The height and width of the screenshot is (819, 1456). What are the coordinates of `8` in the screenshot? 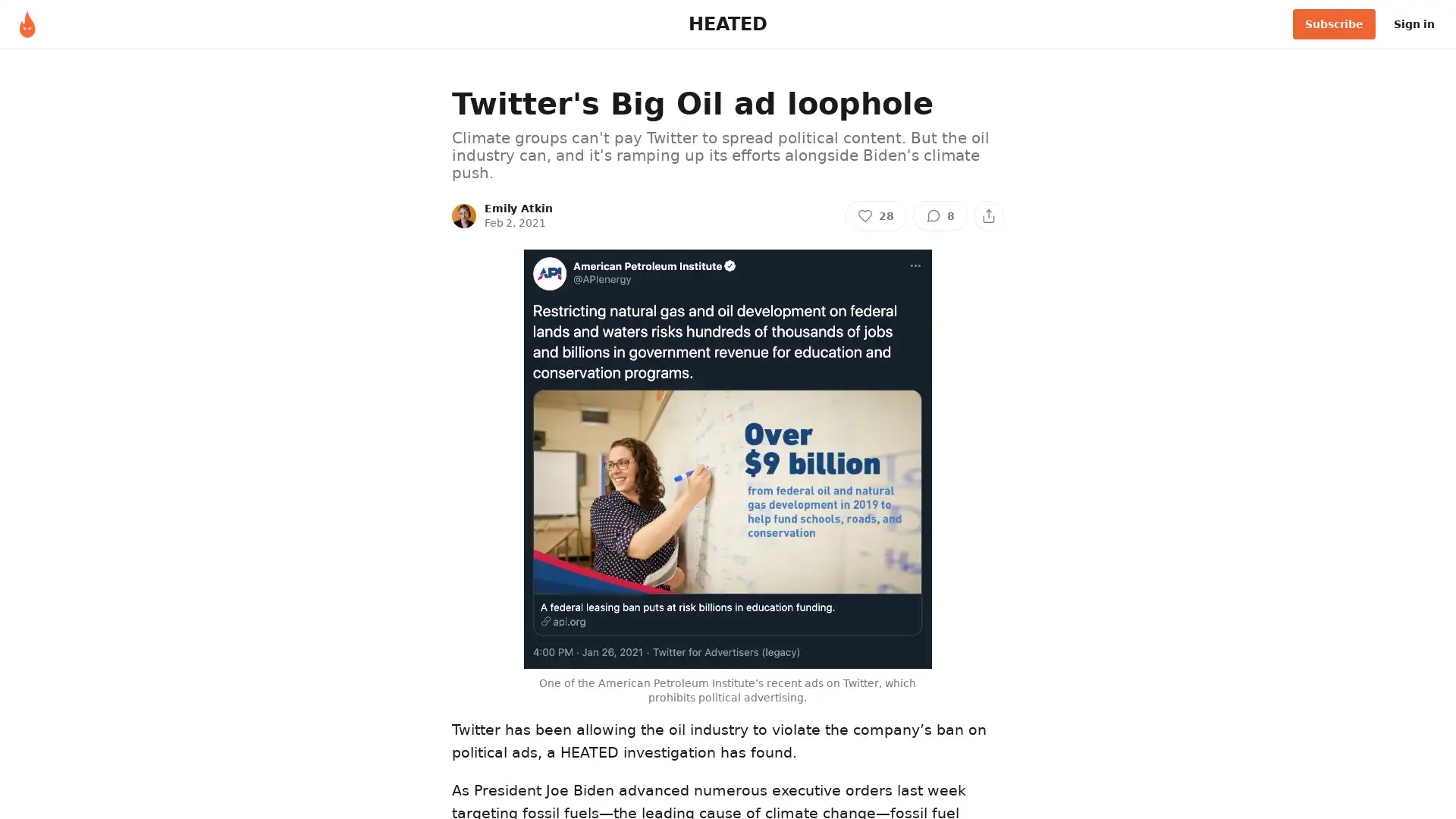 It's located at (939, 215).